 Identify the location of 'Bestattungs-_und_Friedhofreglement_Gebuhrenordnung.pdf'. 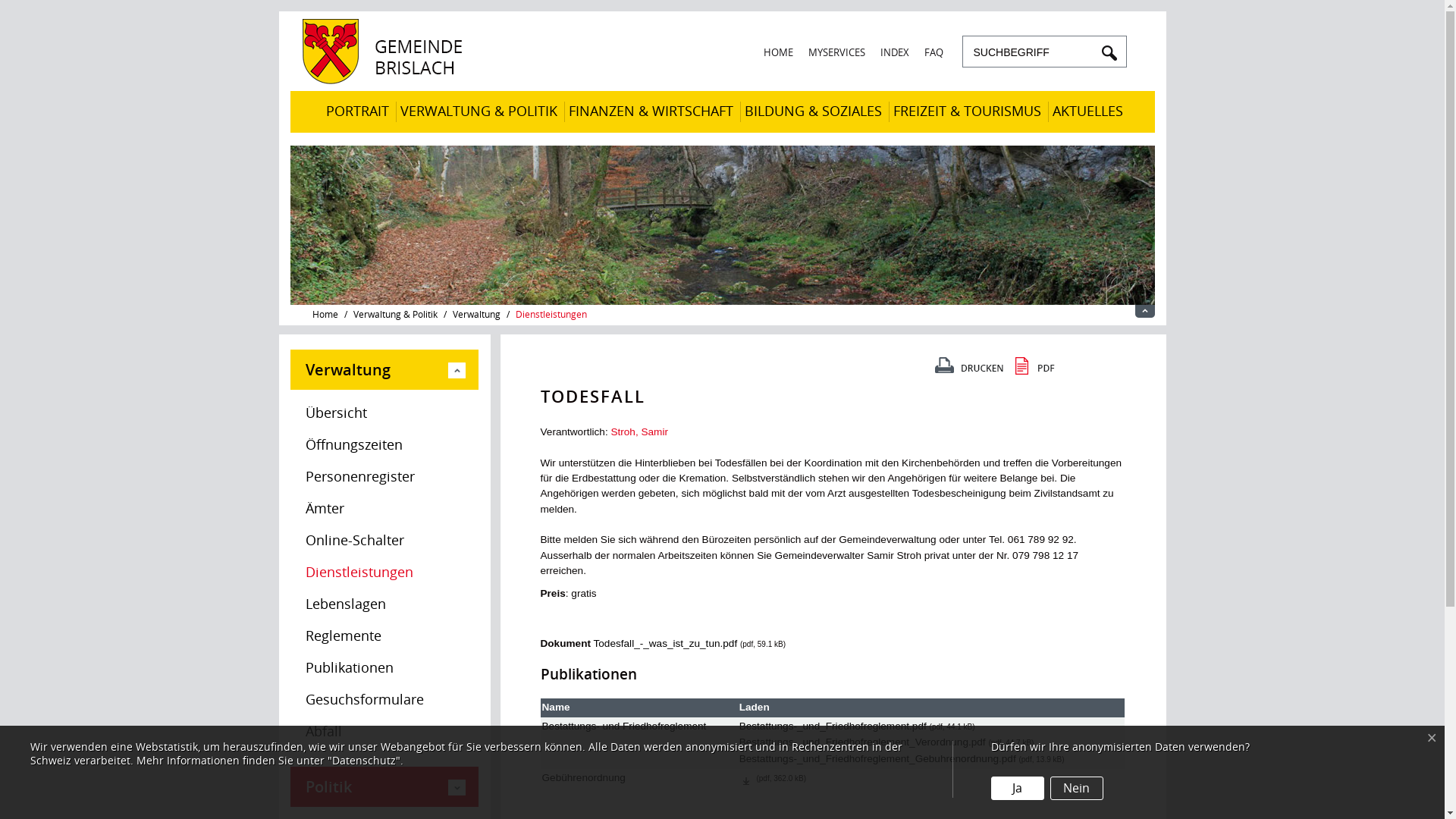
(877, 758).